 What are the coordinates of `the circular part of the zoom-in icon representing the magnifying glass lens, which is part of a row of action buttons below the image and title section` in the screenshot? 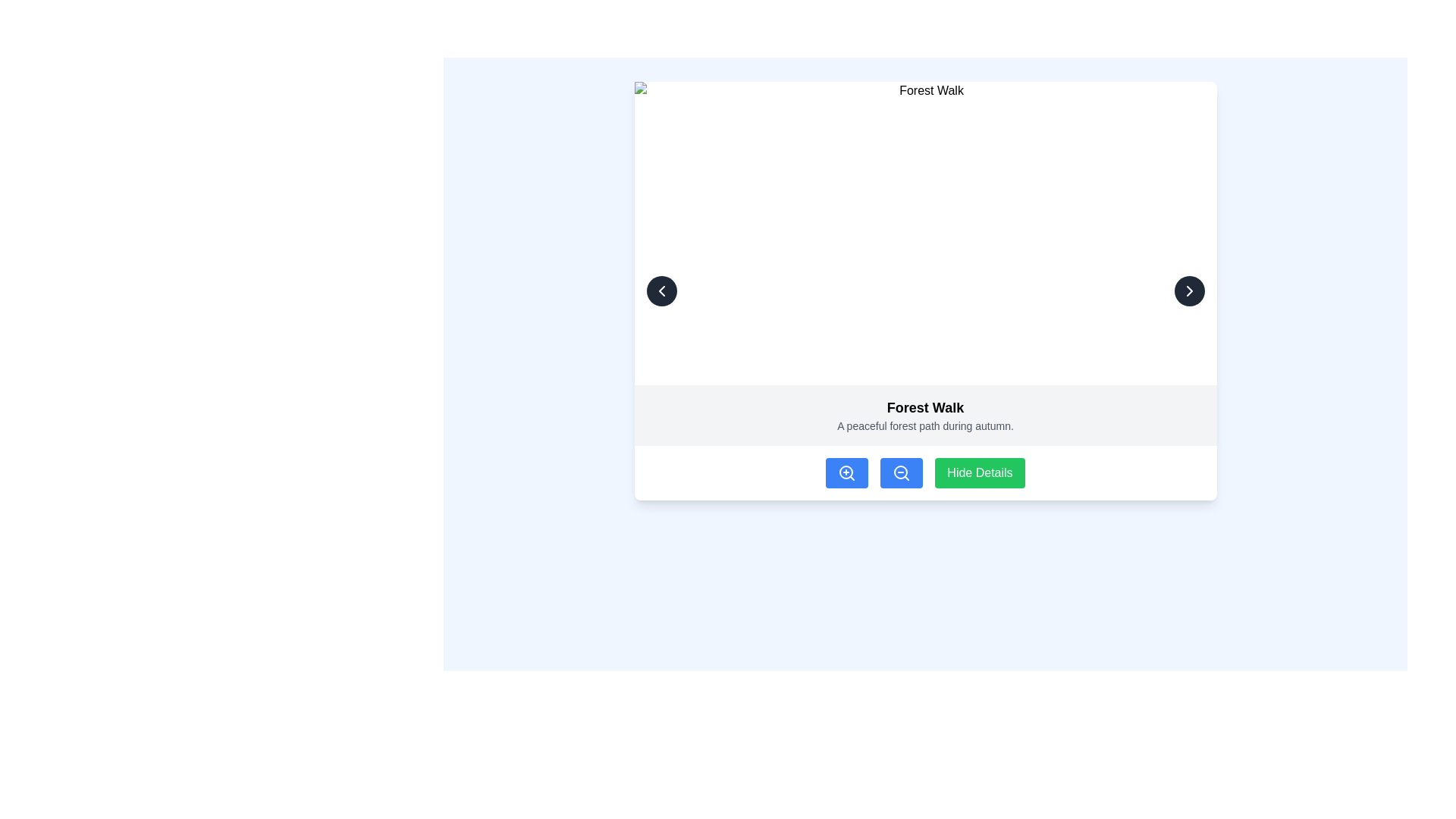 It's located at (846, 472).